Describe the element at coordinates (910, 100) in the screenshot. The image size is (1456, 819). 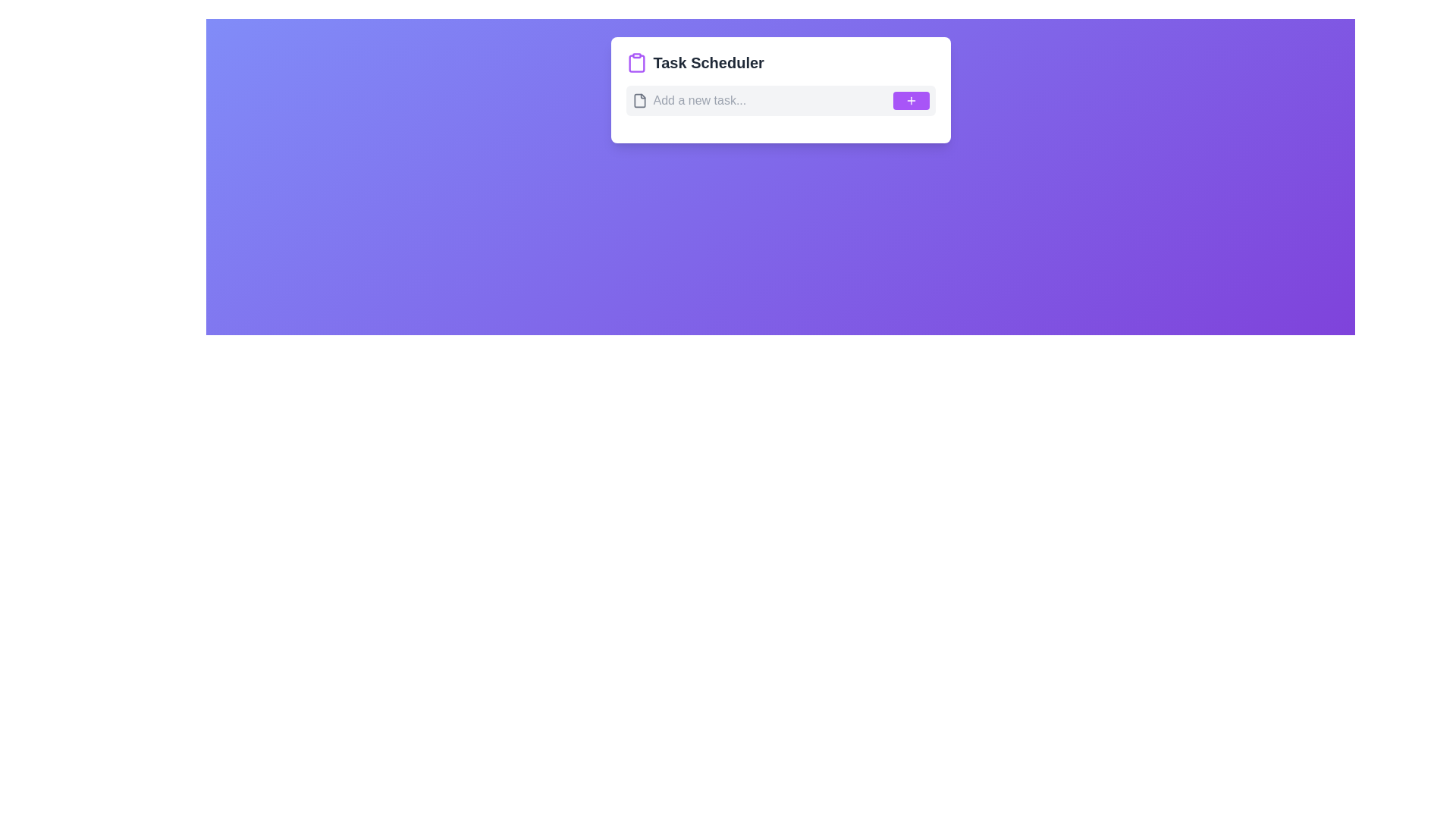
I see `the plus icon on the purple button` at that location.